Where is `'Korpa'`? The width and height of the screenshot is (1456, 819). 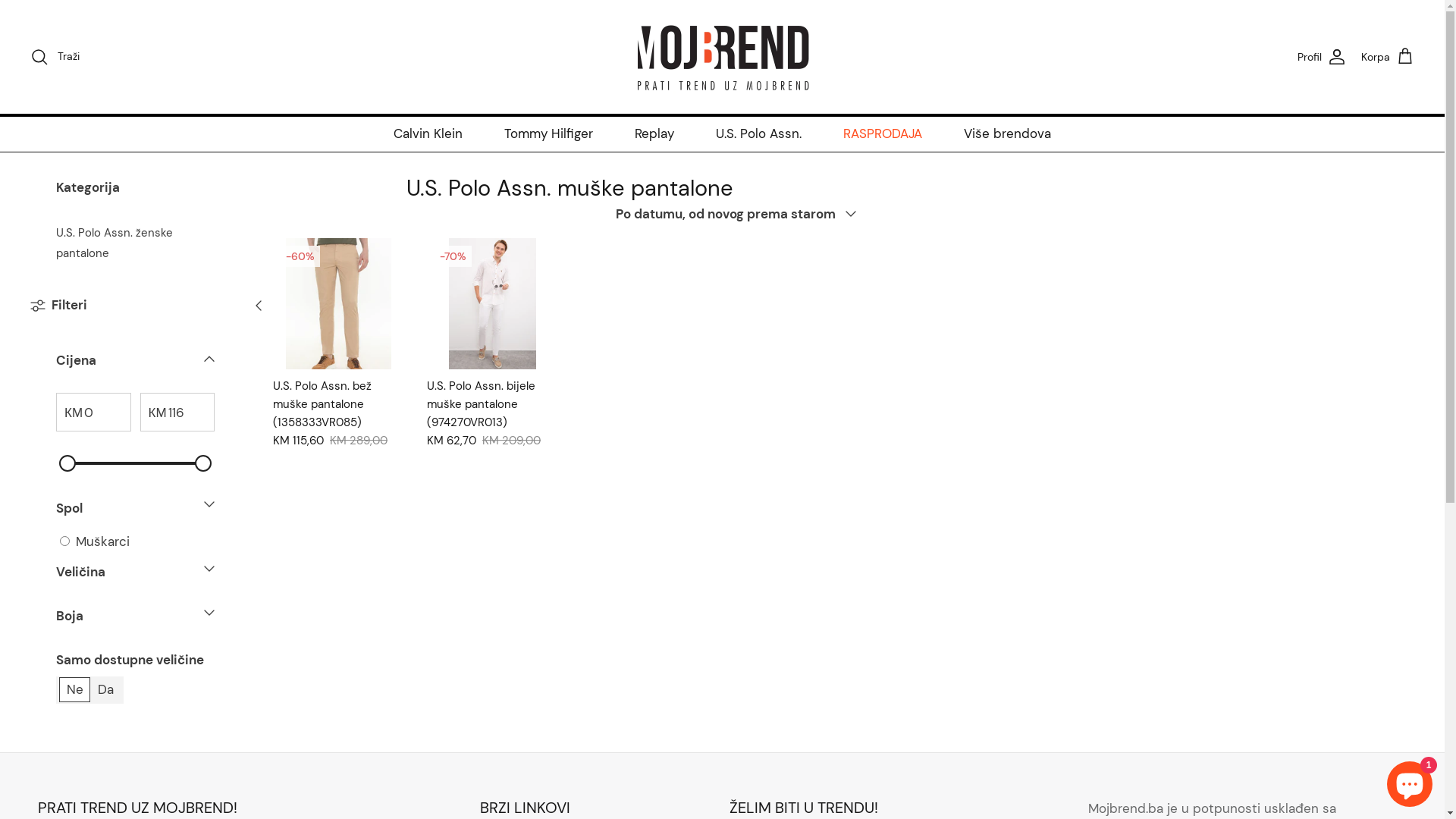
'Korpa' is located at coordinates (1387, 56).